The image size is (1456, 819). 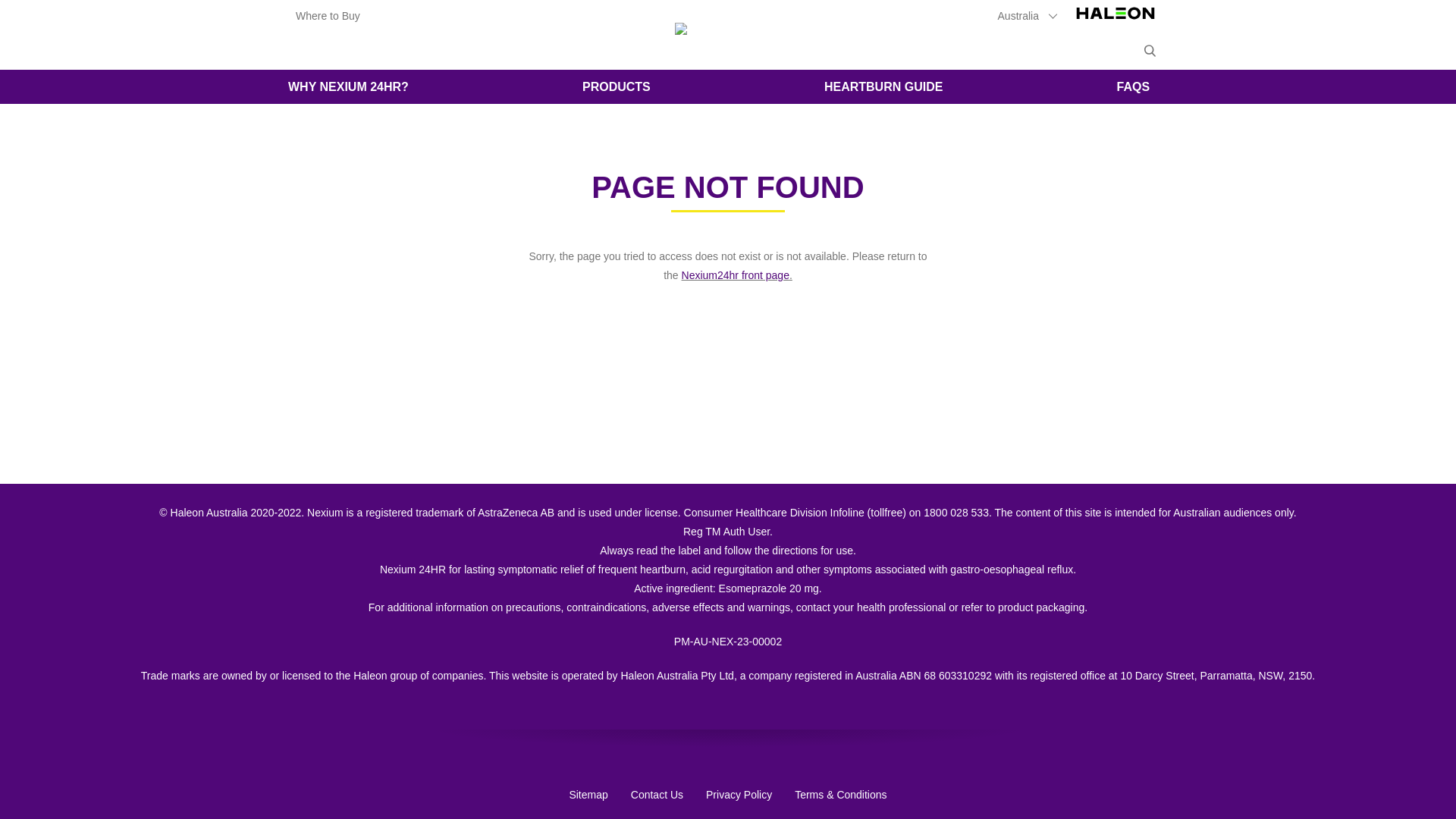 I want to click on 'Sitemap', so click(x=587, y=794).